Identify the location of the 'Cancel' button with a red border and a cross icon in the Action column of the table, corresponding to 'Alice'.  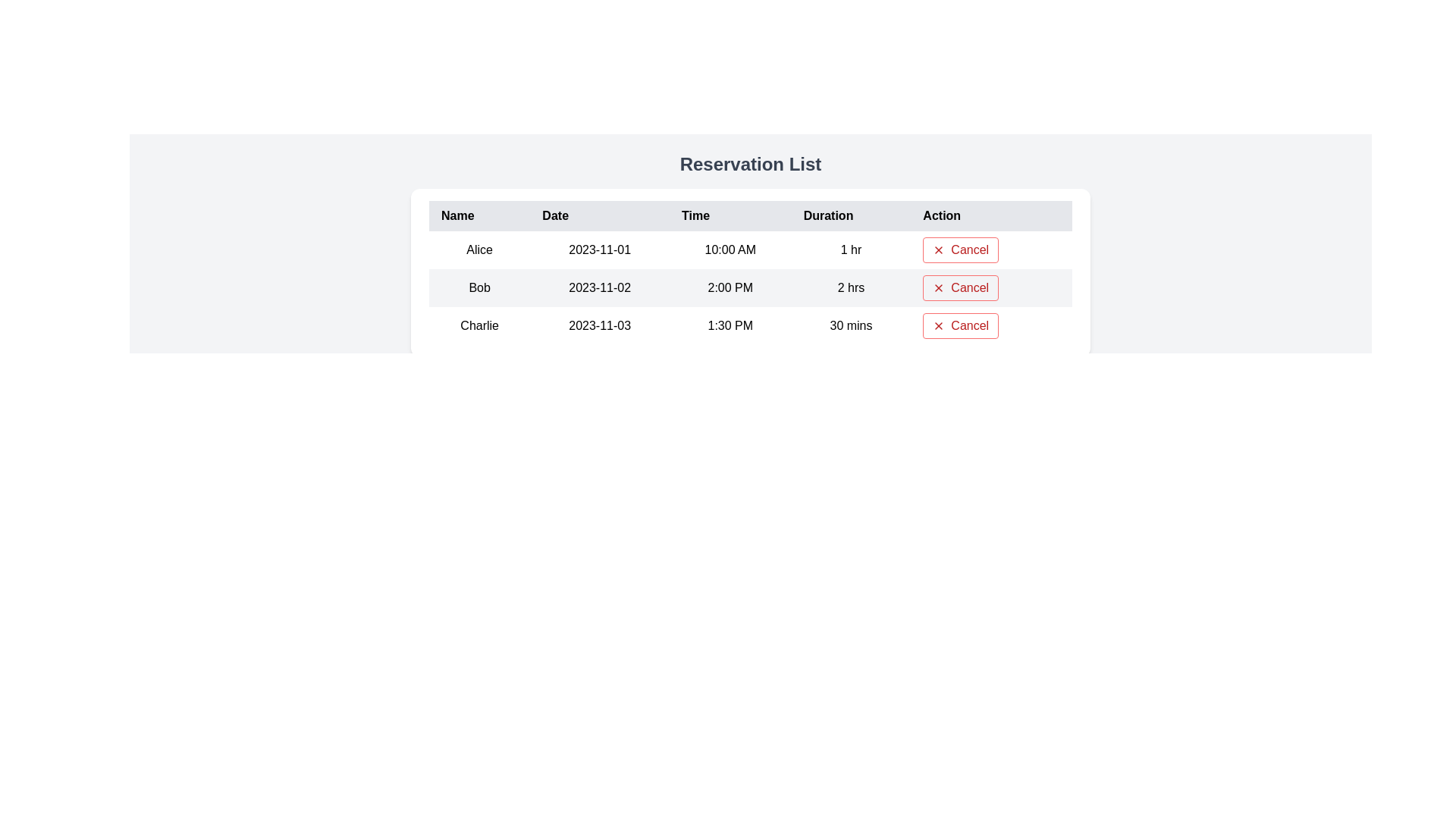
(960, 249).